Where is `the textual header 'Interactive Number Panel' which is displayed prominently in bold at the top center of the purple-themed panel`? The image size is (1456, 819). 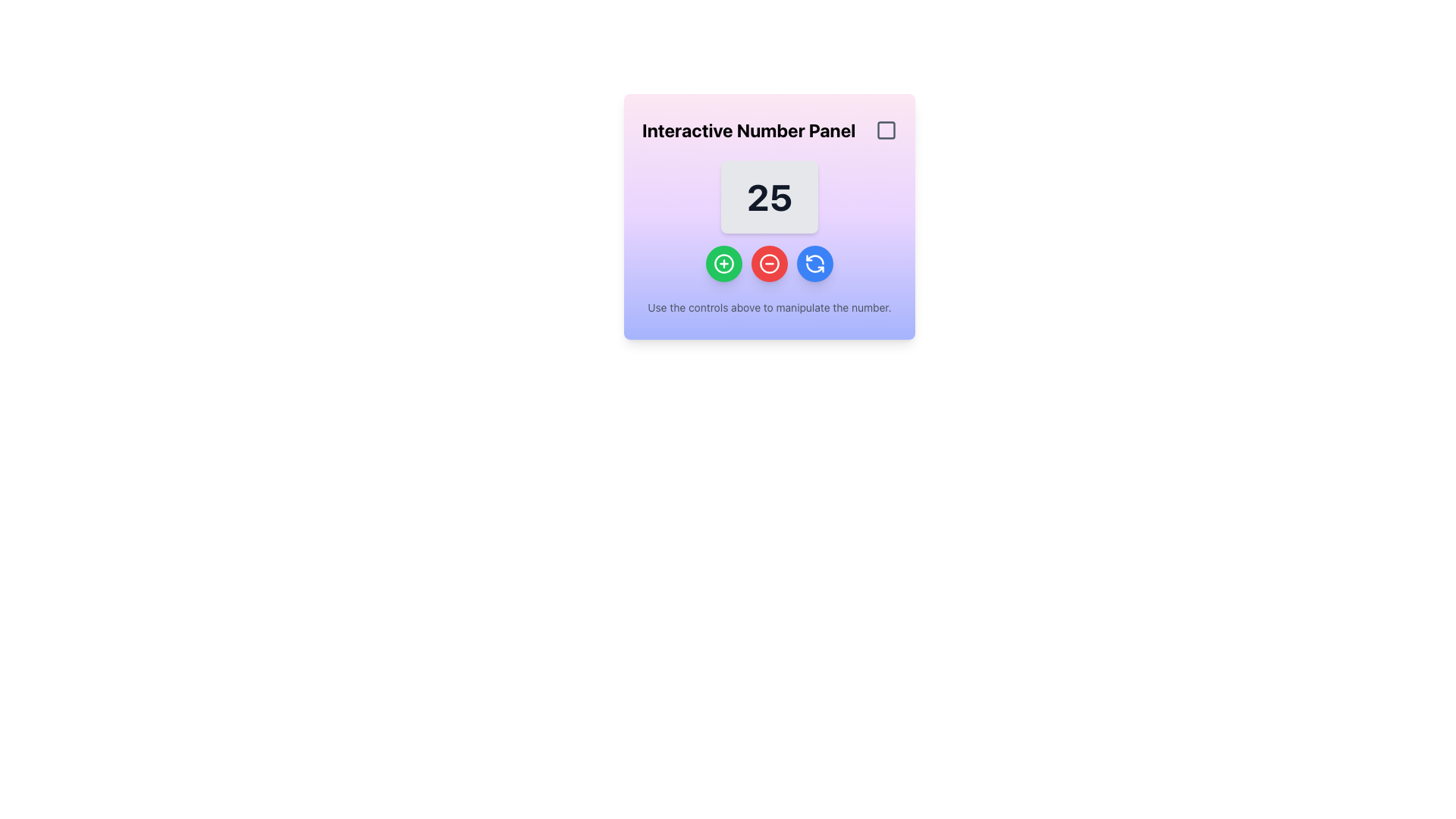 the textual header 'Interactive Number Panel' which is displayed prominently in bold at the top center of the purple-themed panel is located at coordinates (748, 130).